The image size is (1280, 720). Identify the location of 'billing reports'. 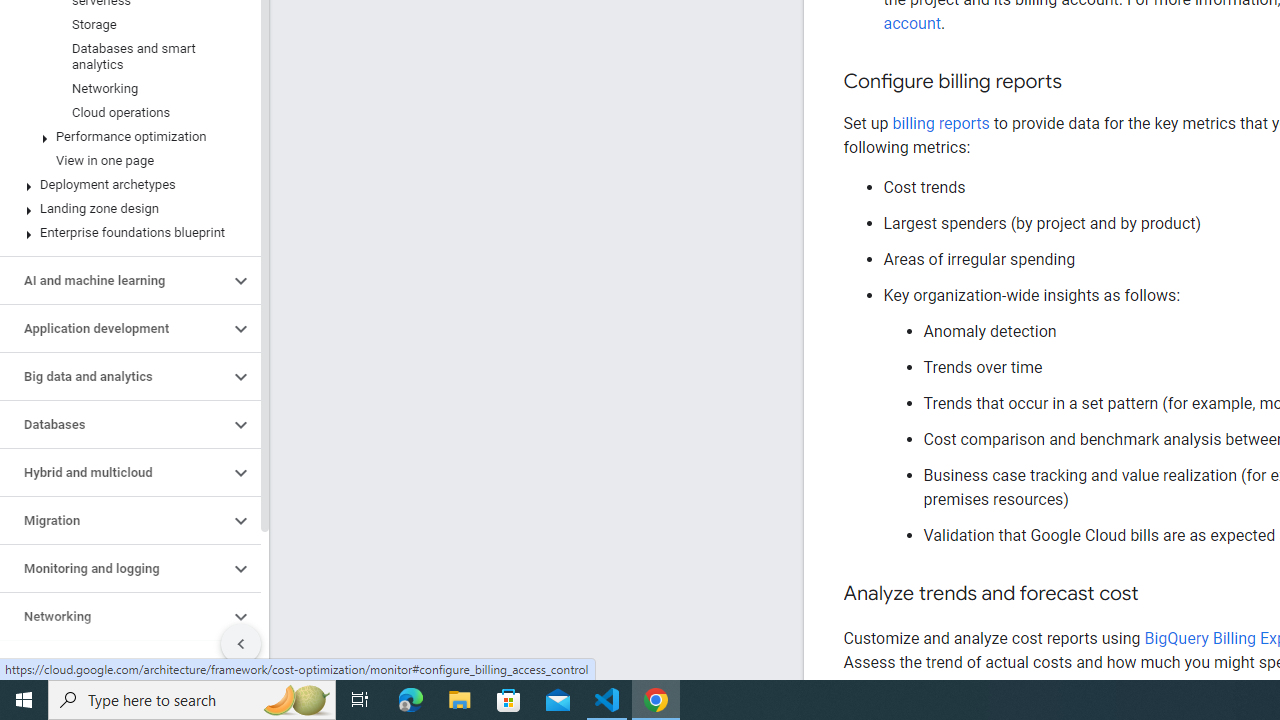
(939, 123).